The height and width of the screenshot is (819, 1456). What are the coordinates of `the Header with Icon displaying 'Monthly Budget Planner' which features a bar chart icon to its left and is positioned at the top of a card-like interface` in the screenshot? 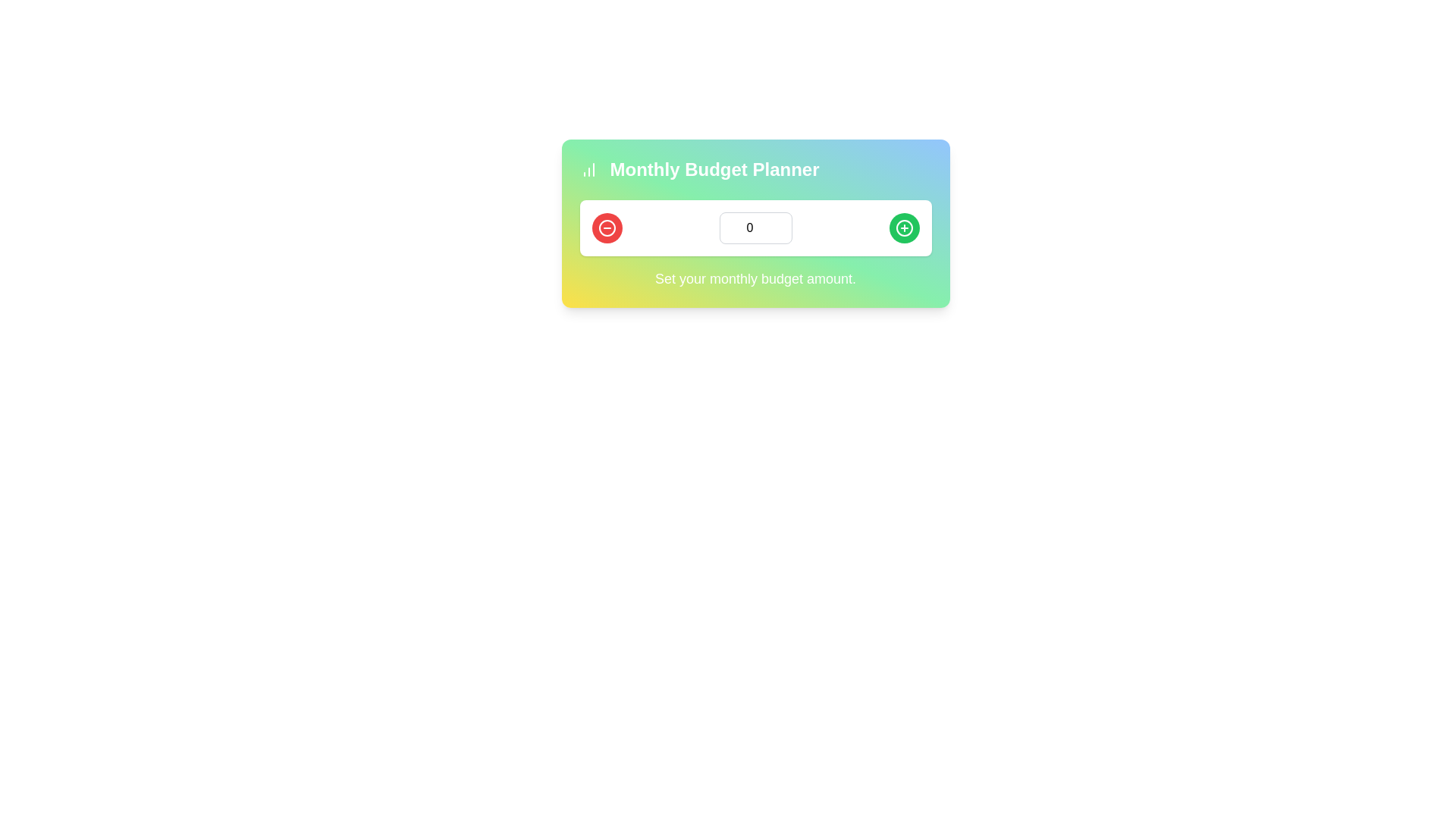 It's located at (755, 169).